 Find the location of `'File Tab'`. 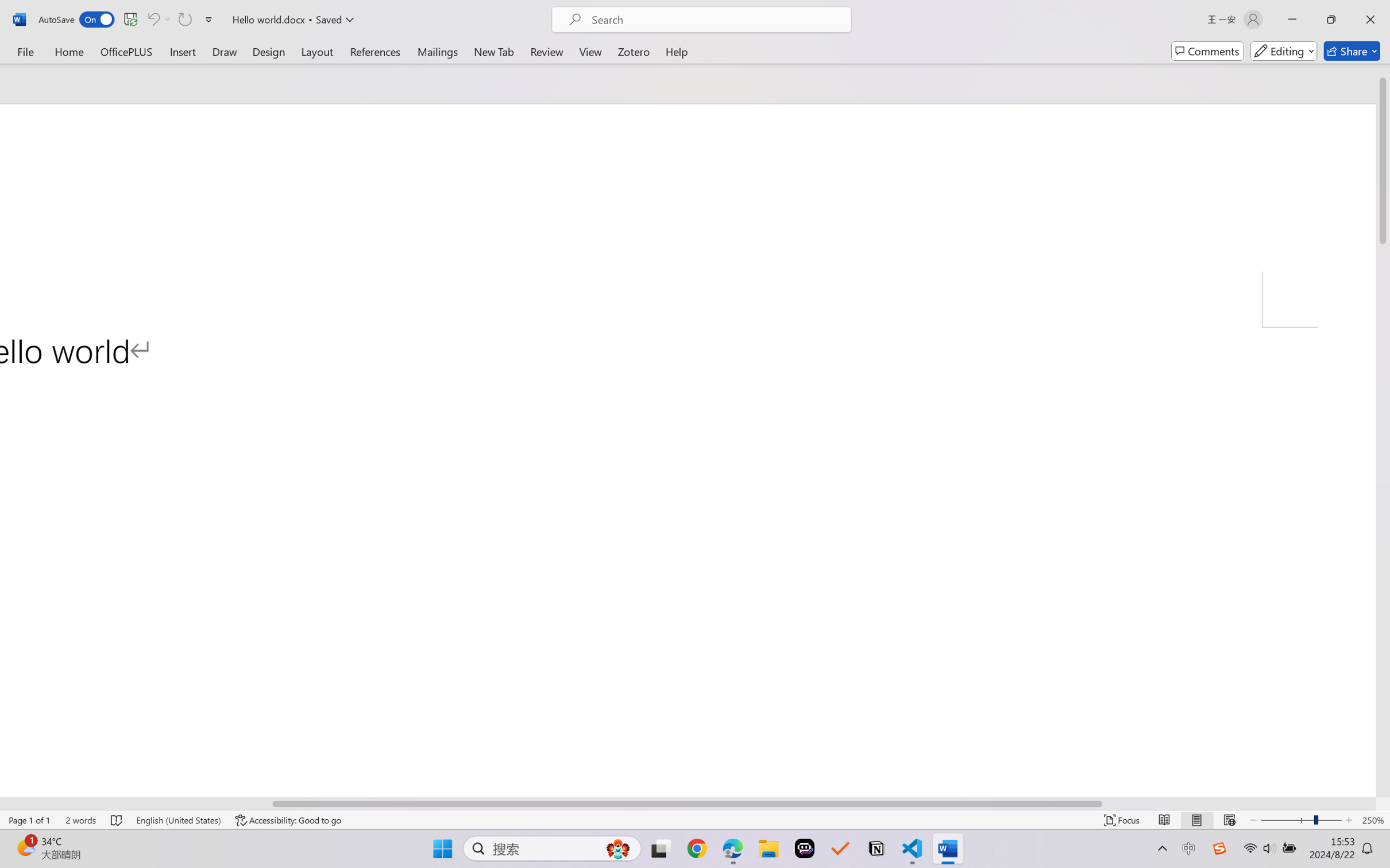

'File Tab' is located at coordinates (25, 51).